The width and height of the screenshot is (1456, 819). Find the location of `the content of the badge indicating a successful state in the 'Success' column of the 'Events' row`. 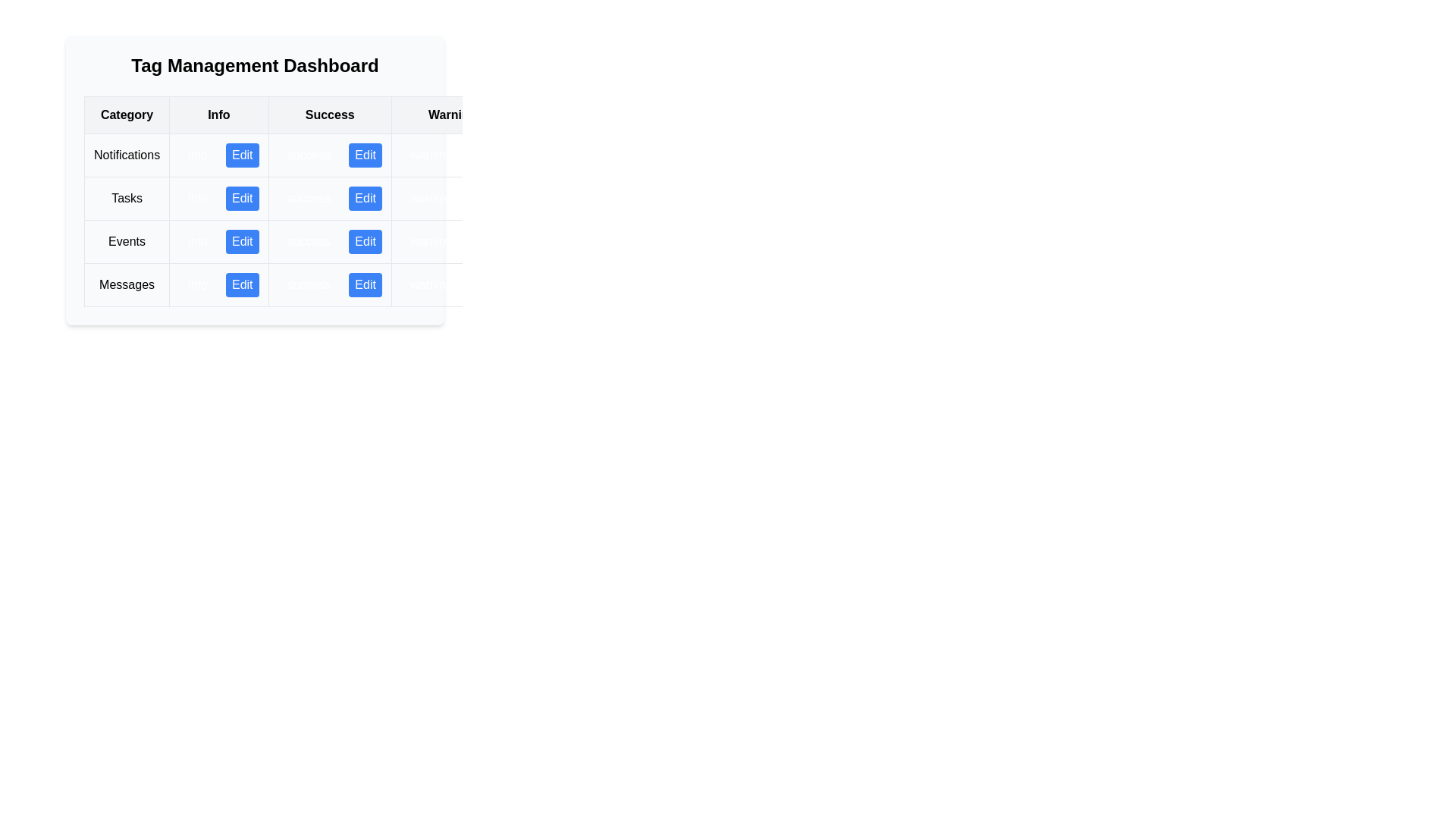

the content of the badge indicating a successful state in the 'Success' column of the 'Events' row is located at coordinates (308, 241).